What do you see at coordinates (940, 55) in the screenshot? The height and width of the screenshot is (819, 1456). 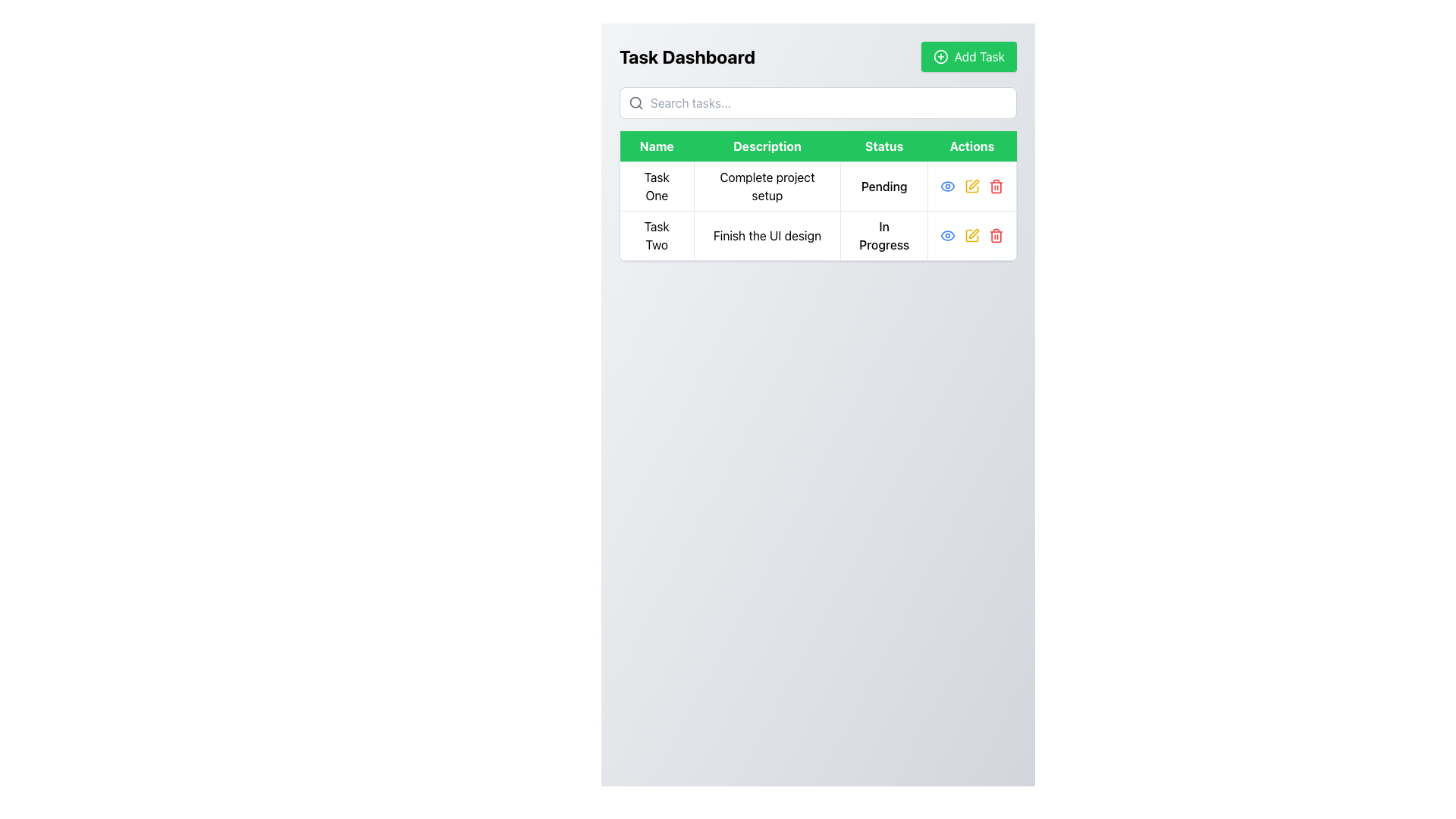 I see `the green circular icon with a white plus symbol located to the left of the 'Add Task' button text to initiate the add task action` at bounding box center [940, 55].